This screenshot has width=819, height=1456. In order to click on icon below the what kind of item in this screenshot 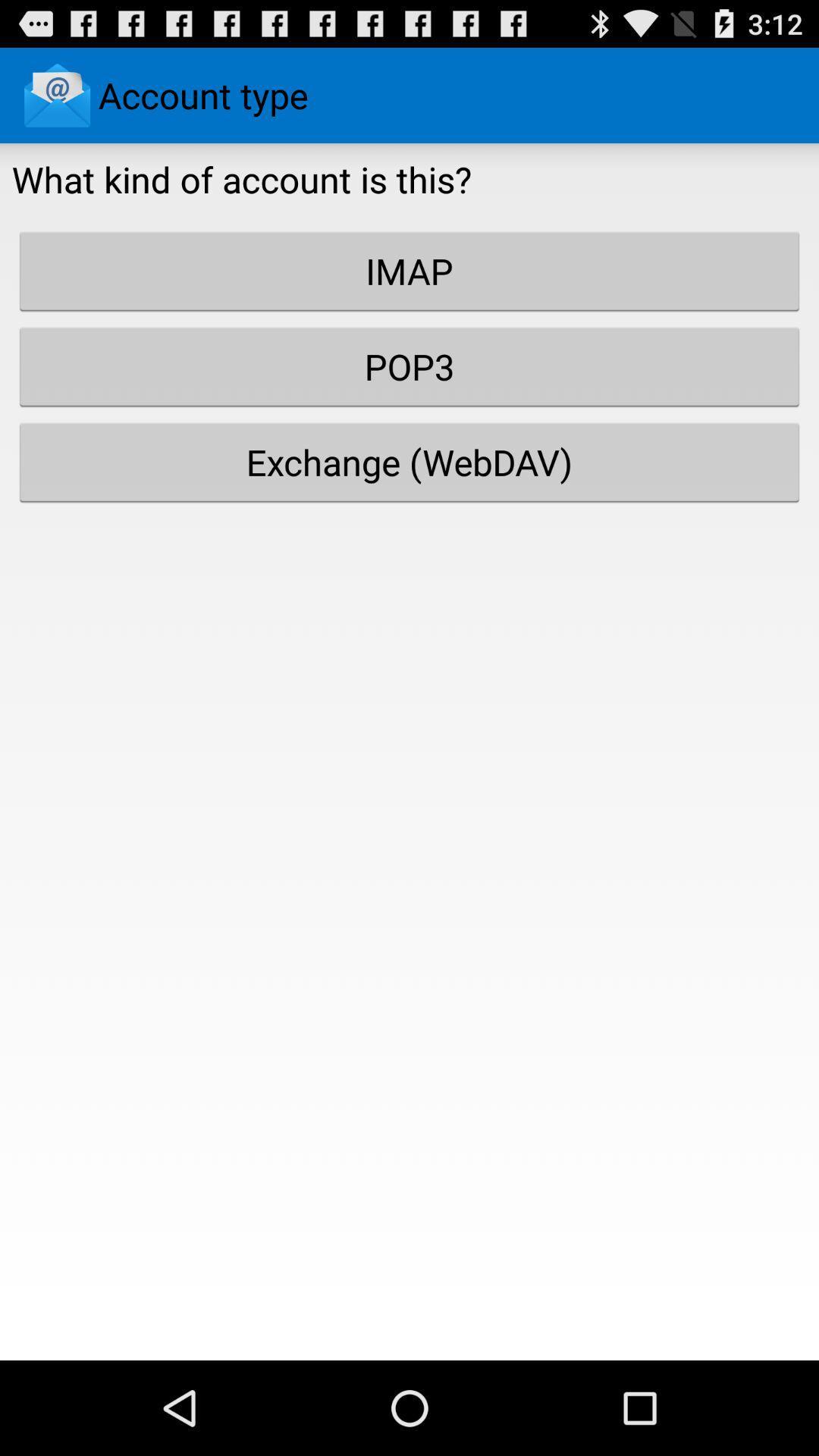, I will do `click(409, 271)`.